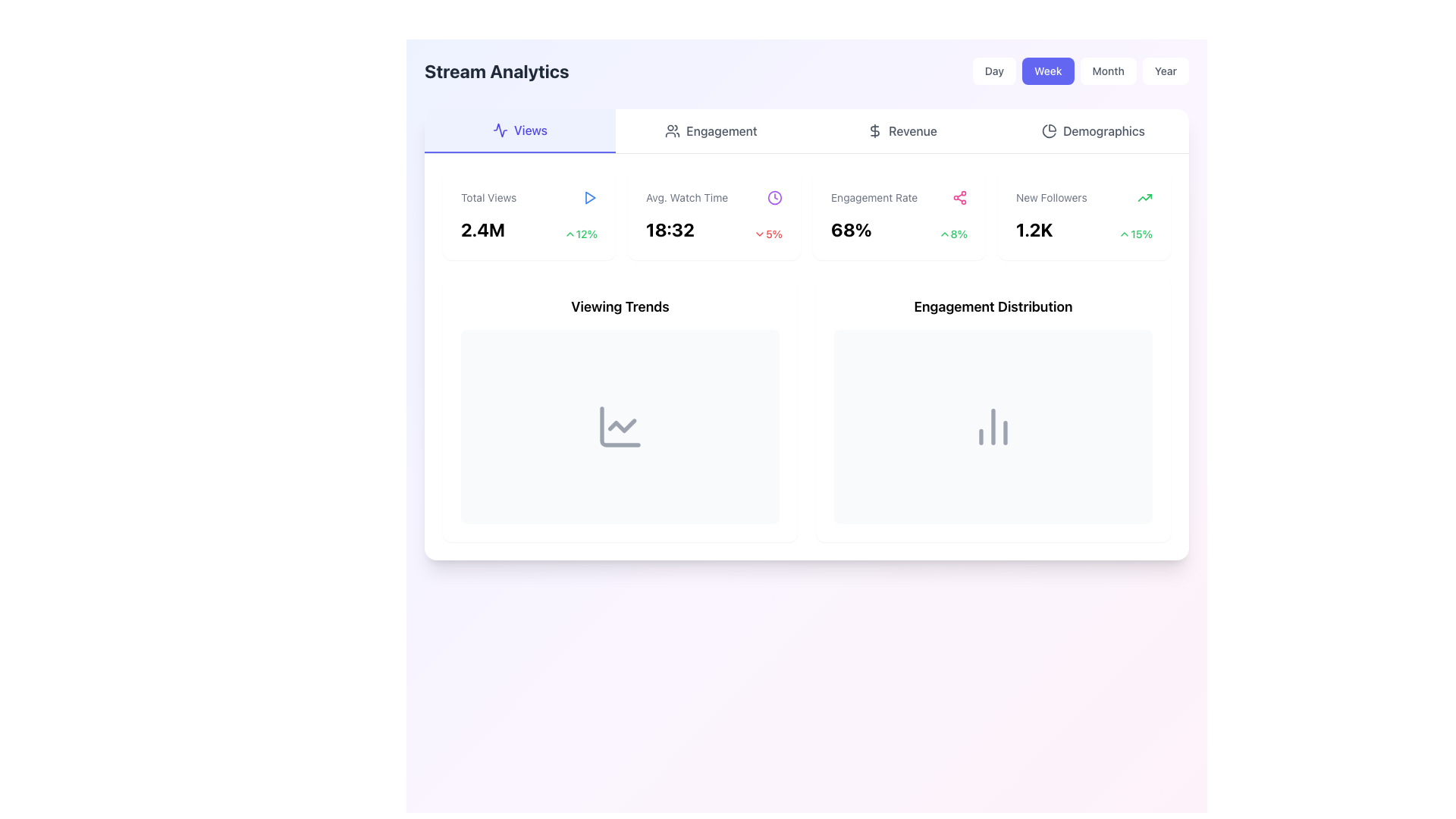  Describe the element at coordinates (1108, 71) in the screenshot. I see `the 'Month' button in the analytics dashboard` at that location.